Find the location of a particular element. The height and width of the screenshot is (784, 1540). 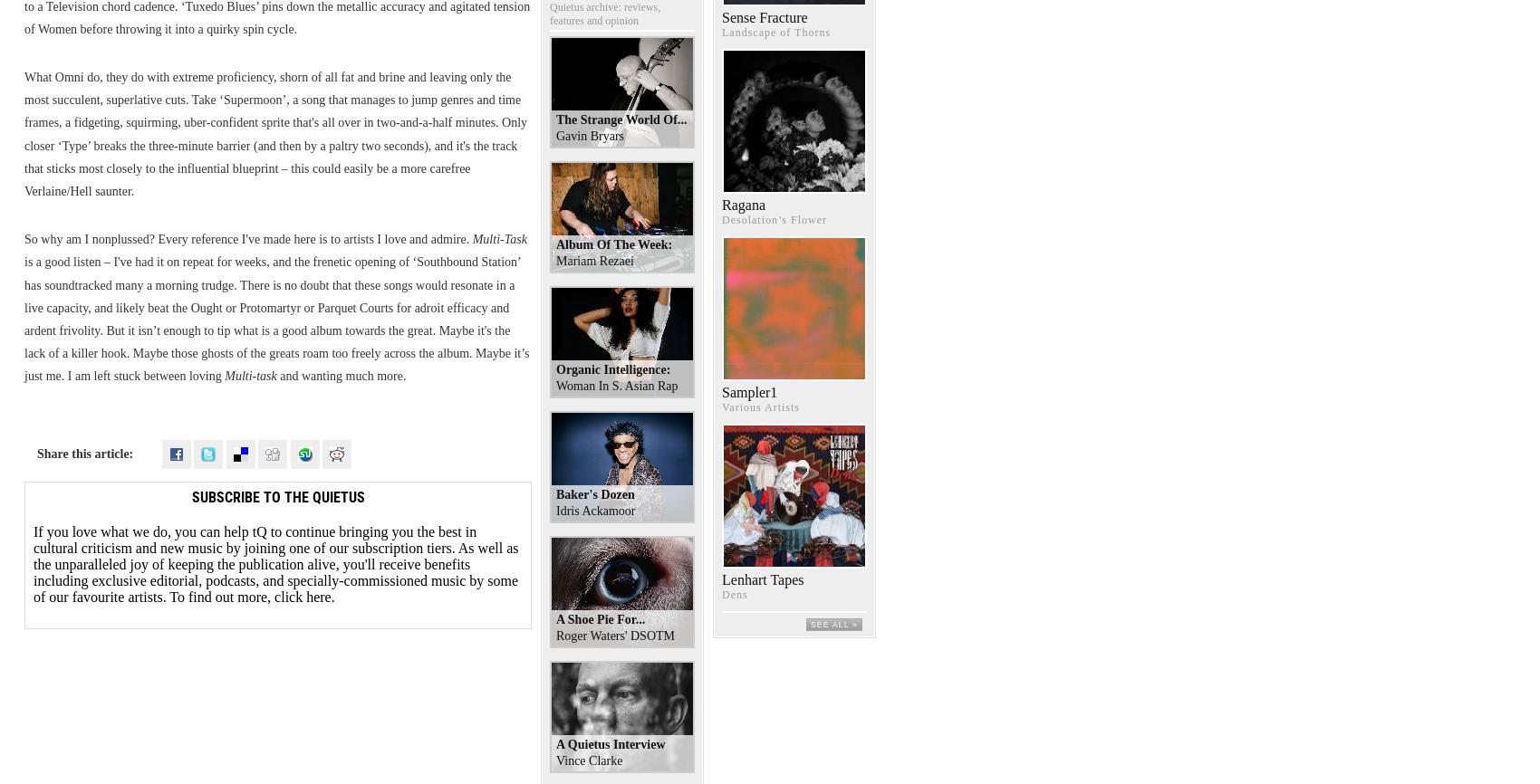

'Share this article:' is located at coordinates (85, 453).